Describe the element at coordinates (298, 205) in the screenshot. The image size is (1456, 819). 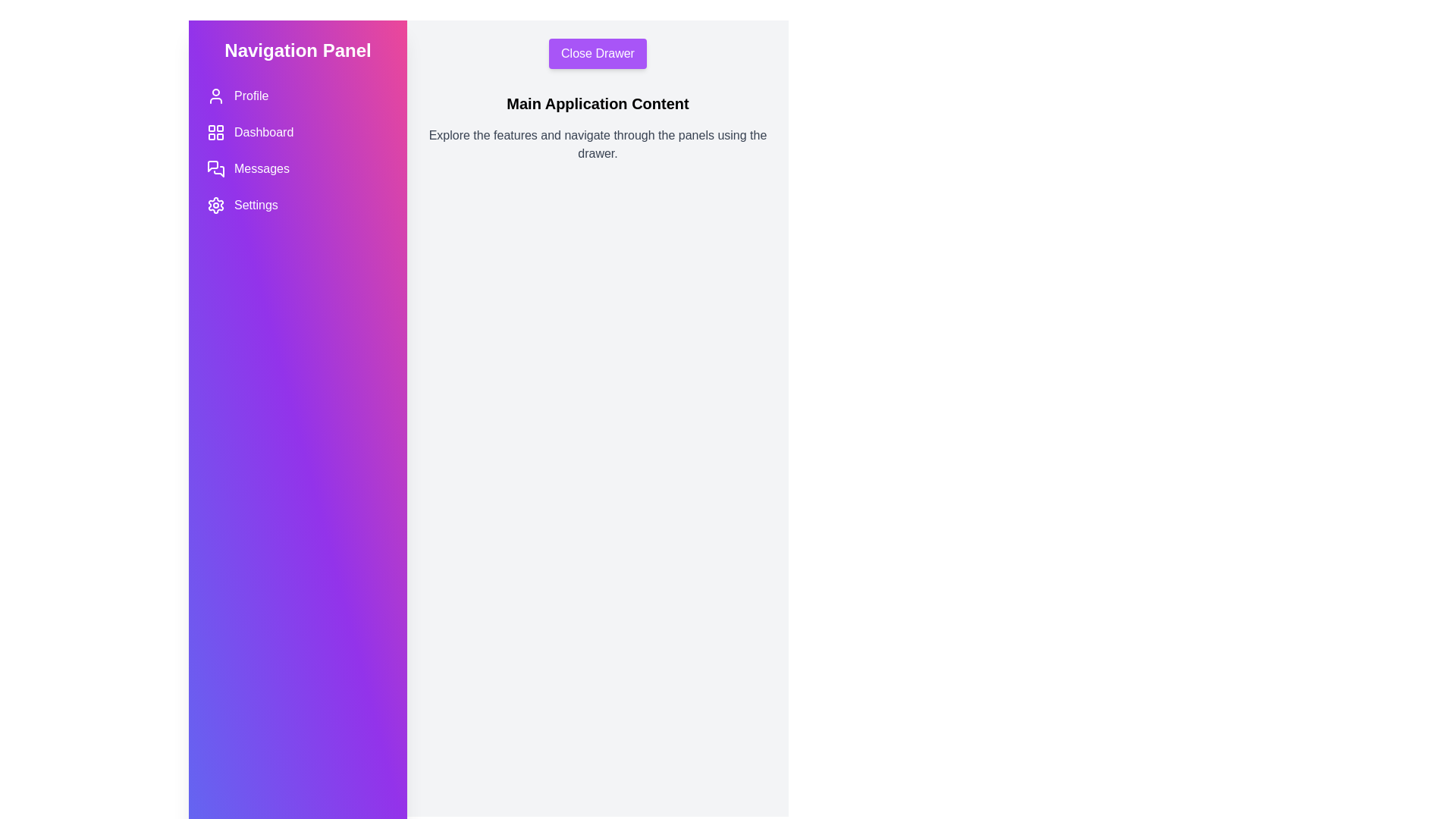
I see `the navigation button for Settings to navigate to the corresponding section` at that location.